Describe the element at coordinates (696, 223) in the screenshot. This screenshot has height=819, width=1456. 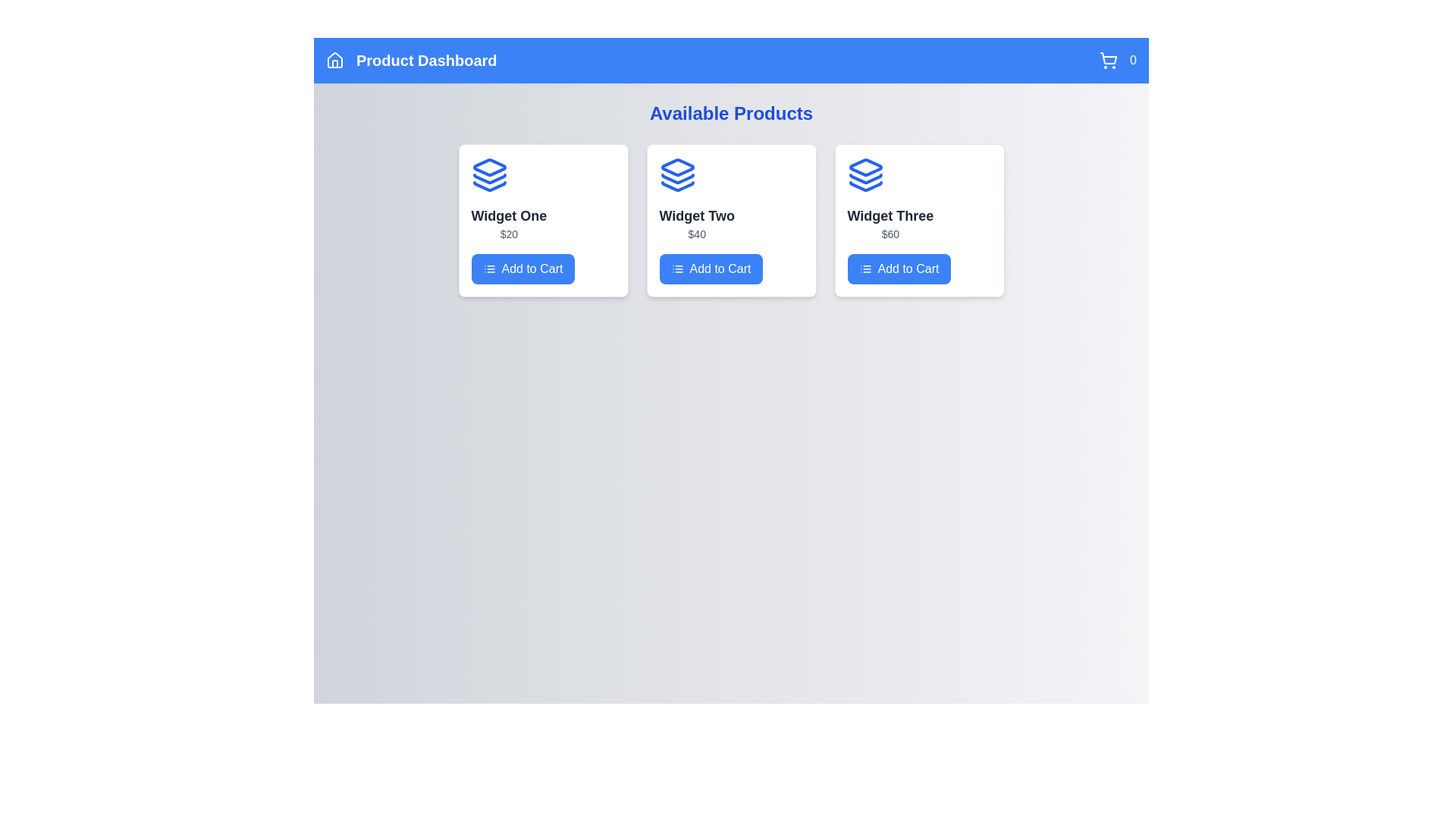
I see `the static text element that displays the product name and price, located in the center column of the product card, between the layers icon and the 'Add to Cart' button to focus on it` at that location.